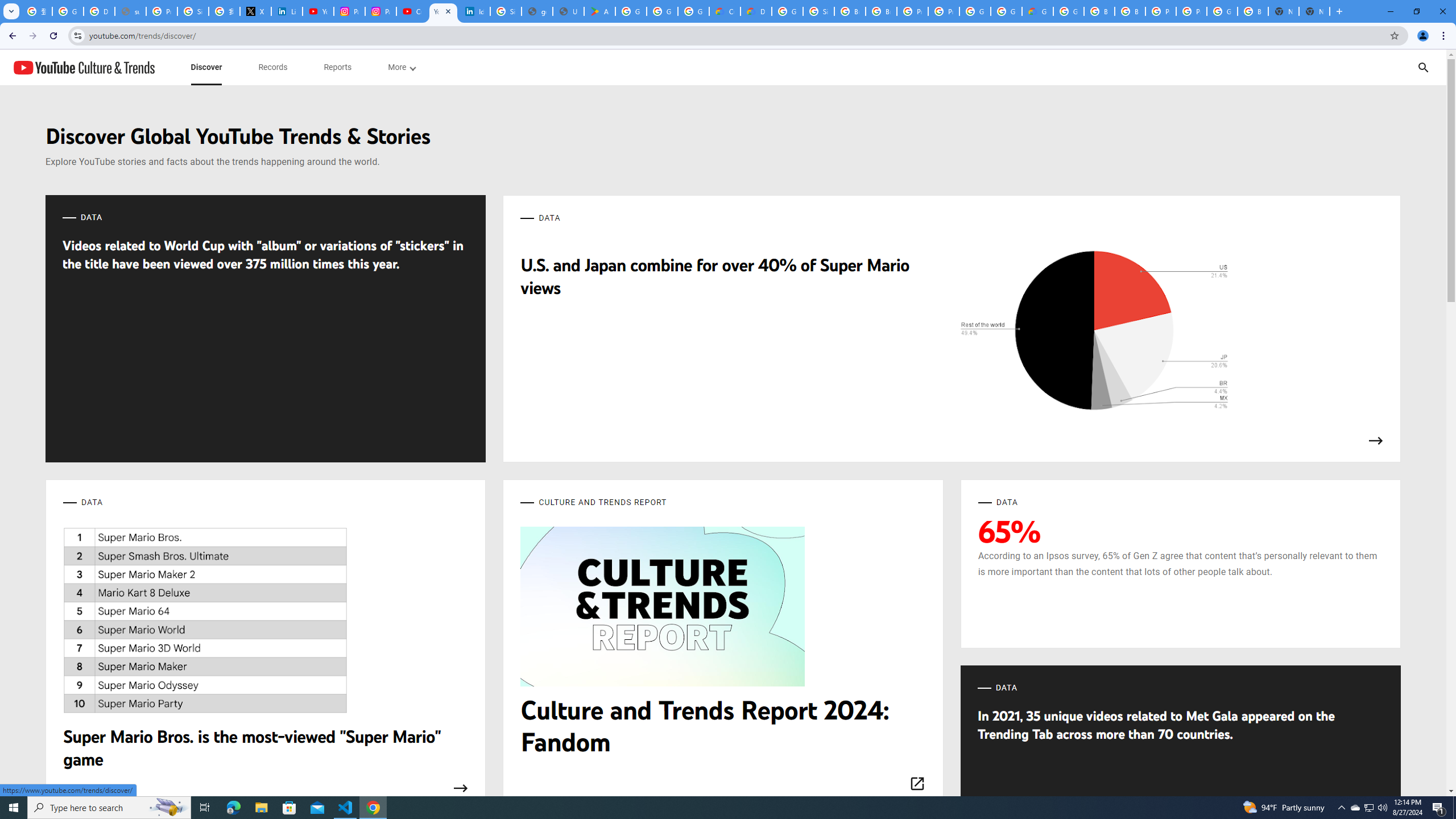 This screenshot has width=1456, height=819. What do you see at coordinates (661, 11) in the screenshot?
I see `'Google Workspace - Specific Terms'` at bounding box center [661, 11].